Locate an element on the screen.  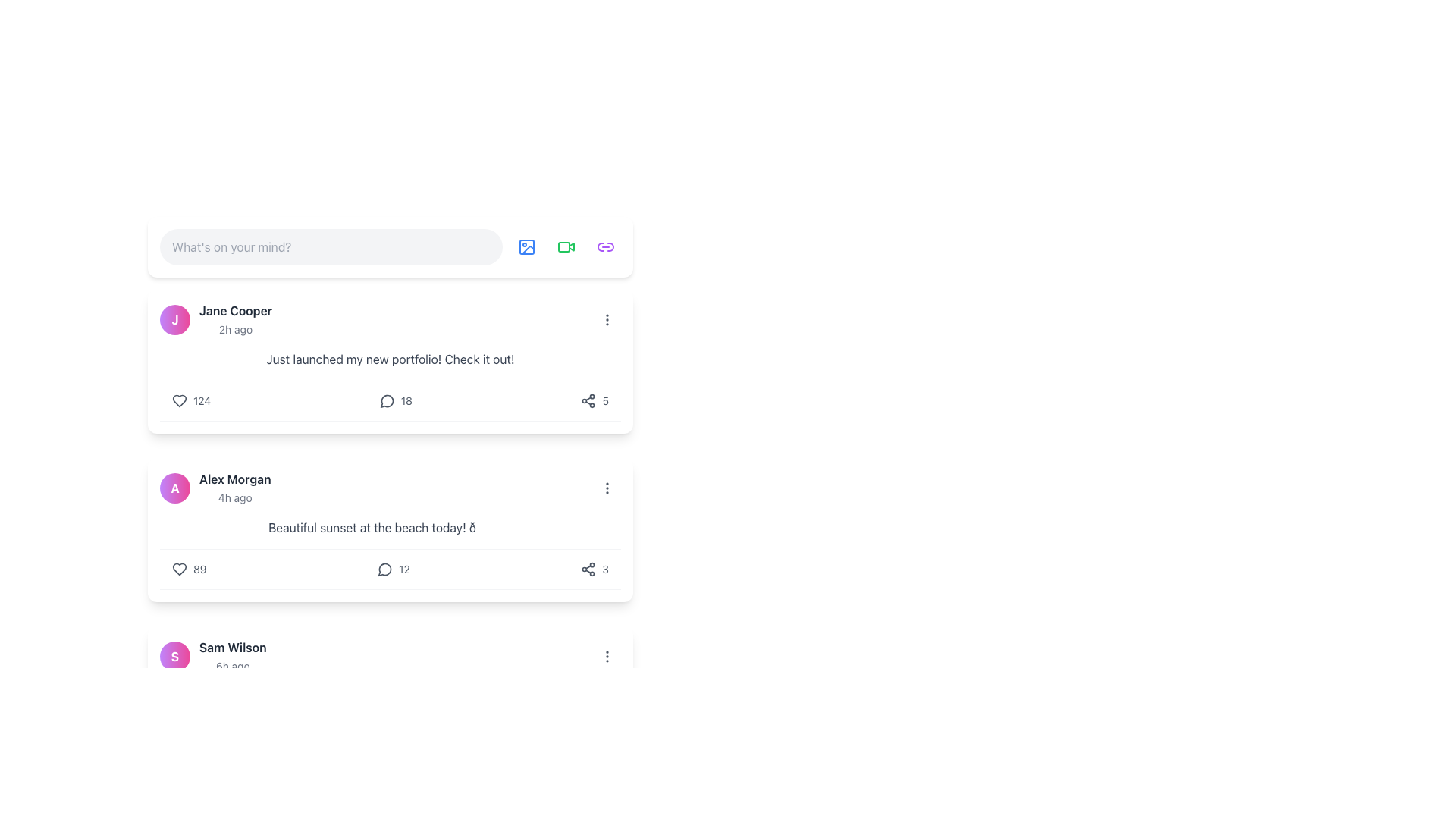
the speech bubble icon located at the bottom section of the post block, which is part of a row of functional icons is located at coordinates (387, 400).